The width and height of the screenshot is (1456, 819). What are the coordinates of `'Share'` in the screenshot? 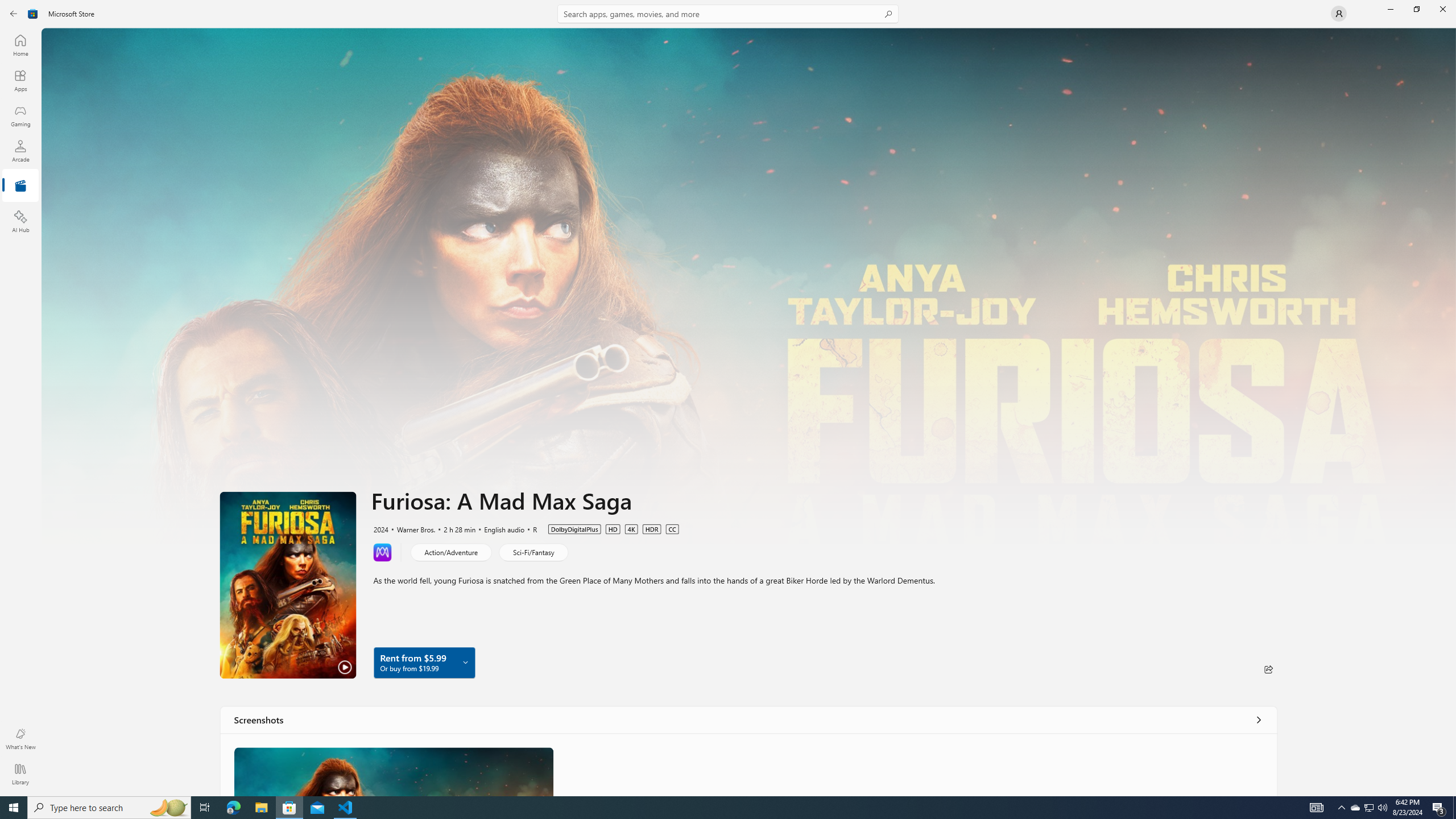 It's located at (1268, 668).